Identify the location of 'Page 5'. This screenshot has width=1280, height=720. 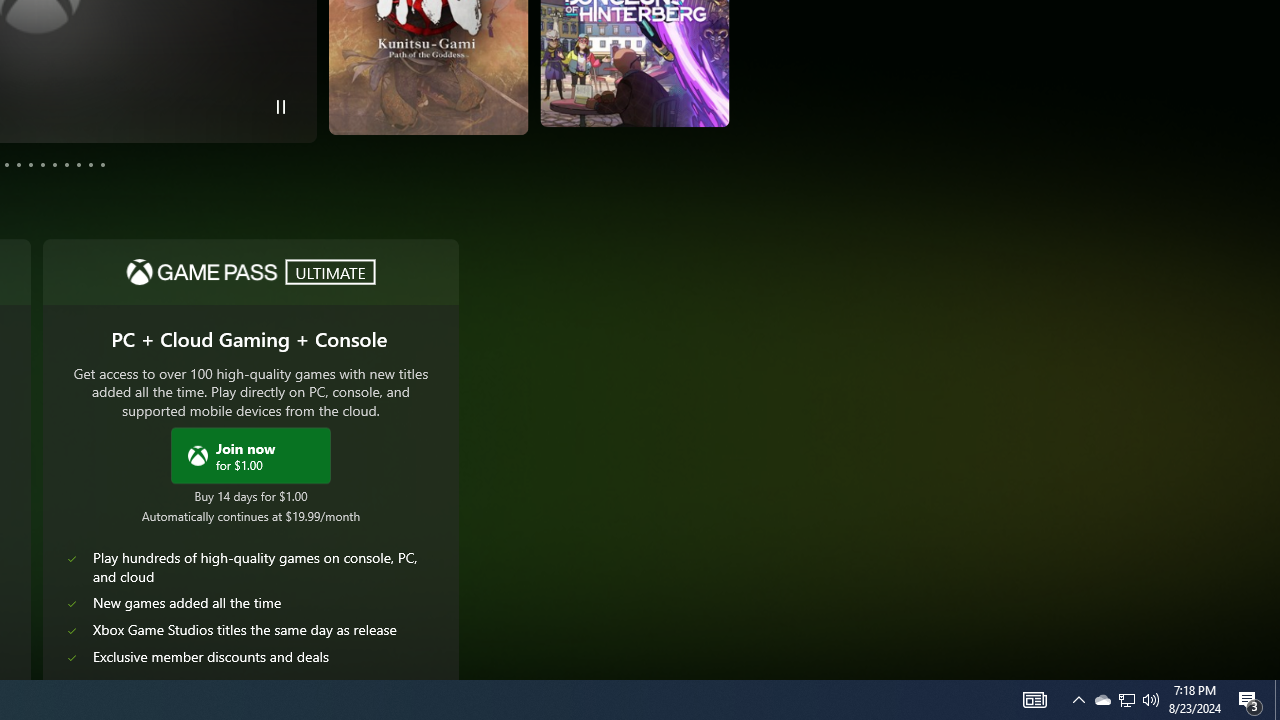
(19, 163).